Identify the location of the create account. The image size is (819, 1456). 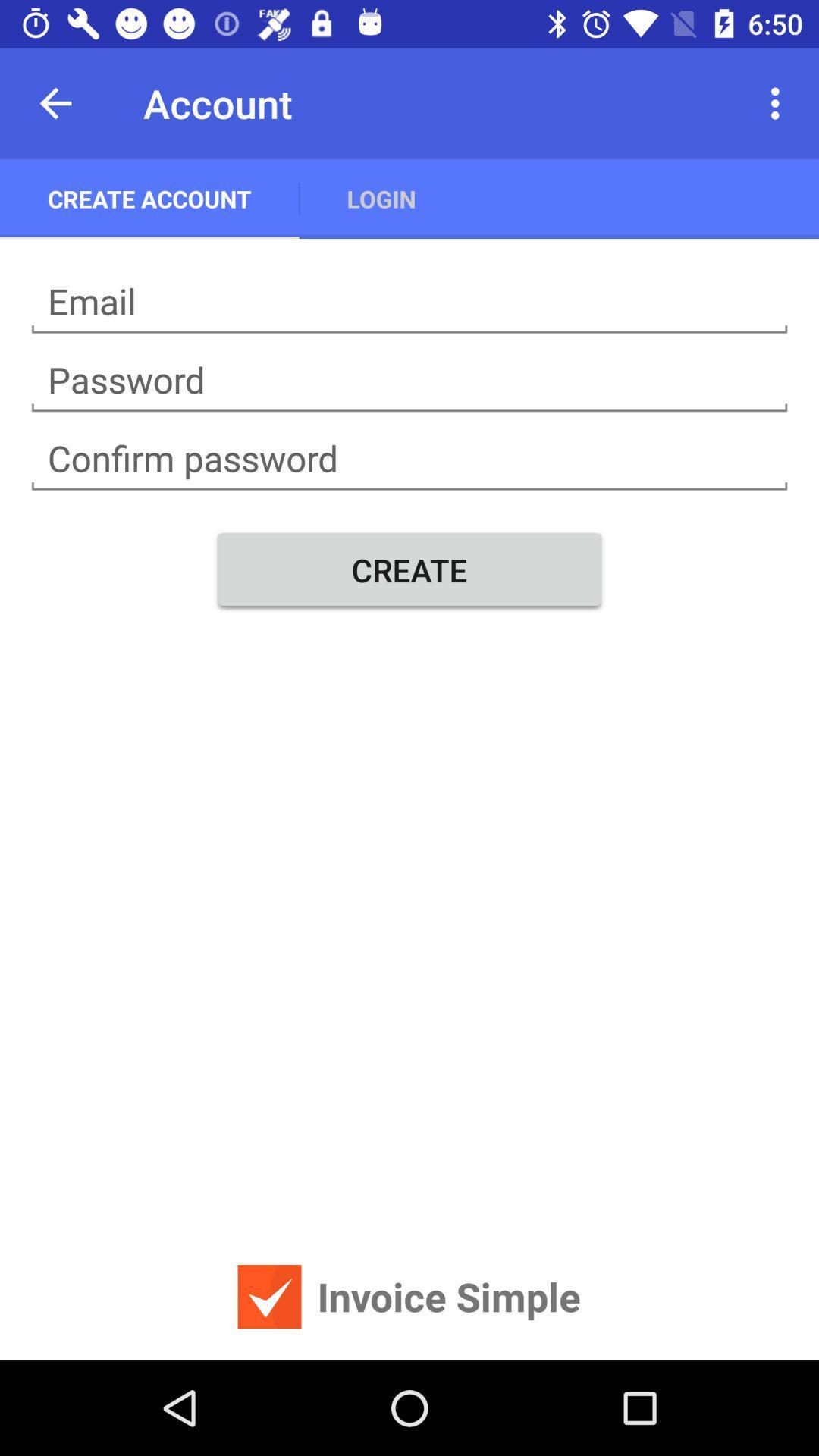
(149, 198).